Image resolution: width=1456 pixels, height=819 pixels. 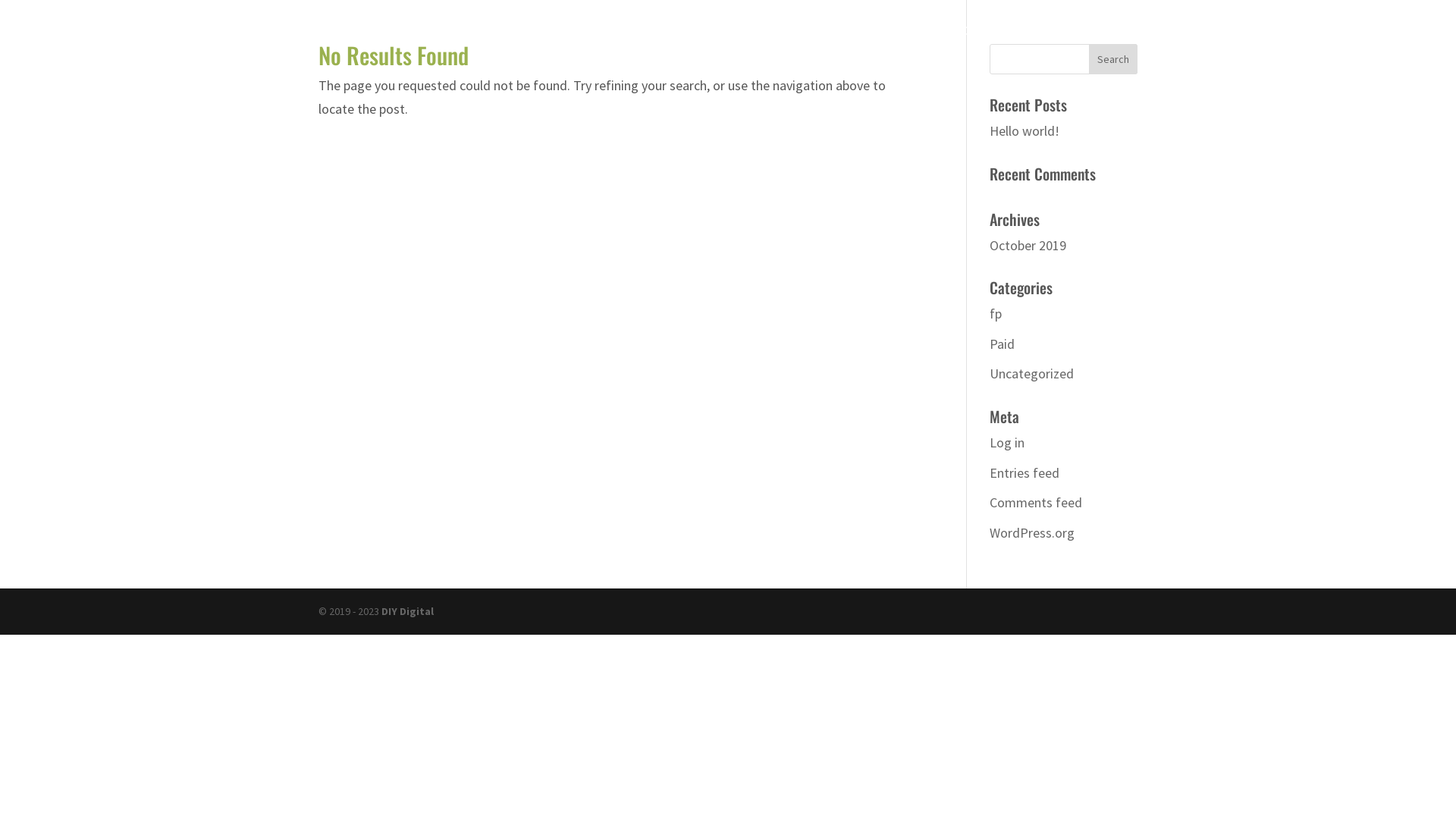 I want to click on 'fp', so click(x=996, y=312).